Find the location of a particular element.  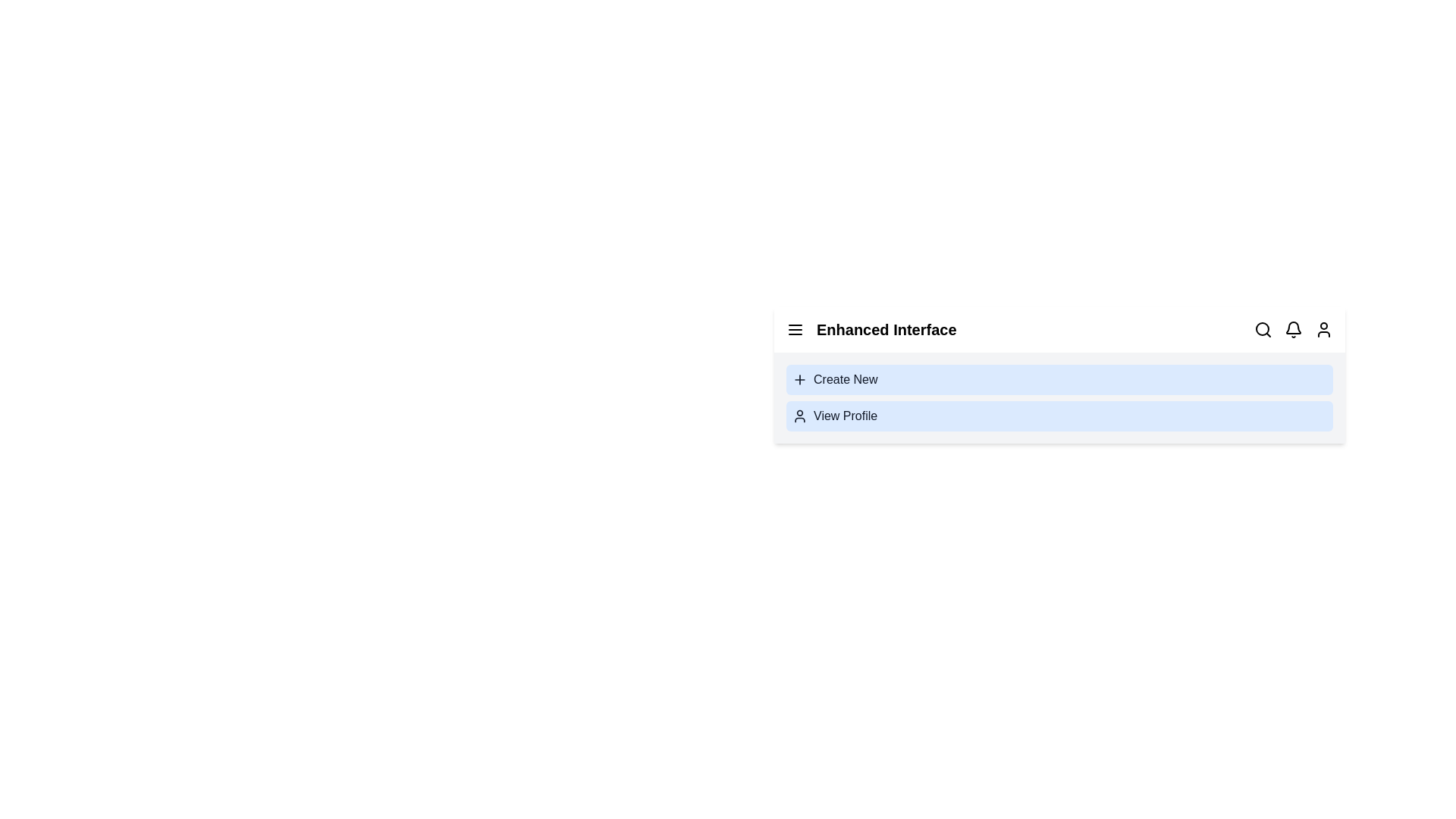

the 'View Profile' option to open the user profile is located at coordinates (844, 416).